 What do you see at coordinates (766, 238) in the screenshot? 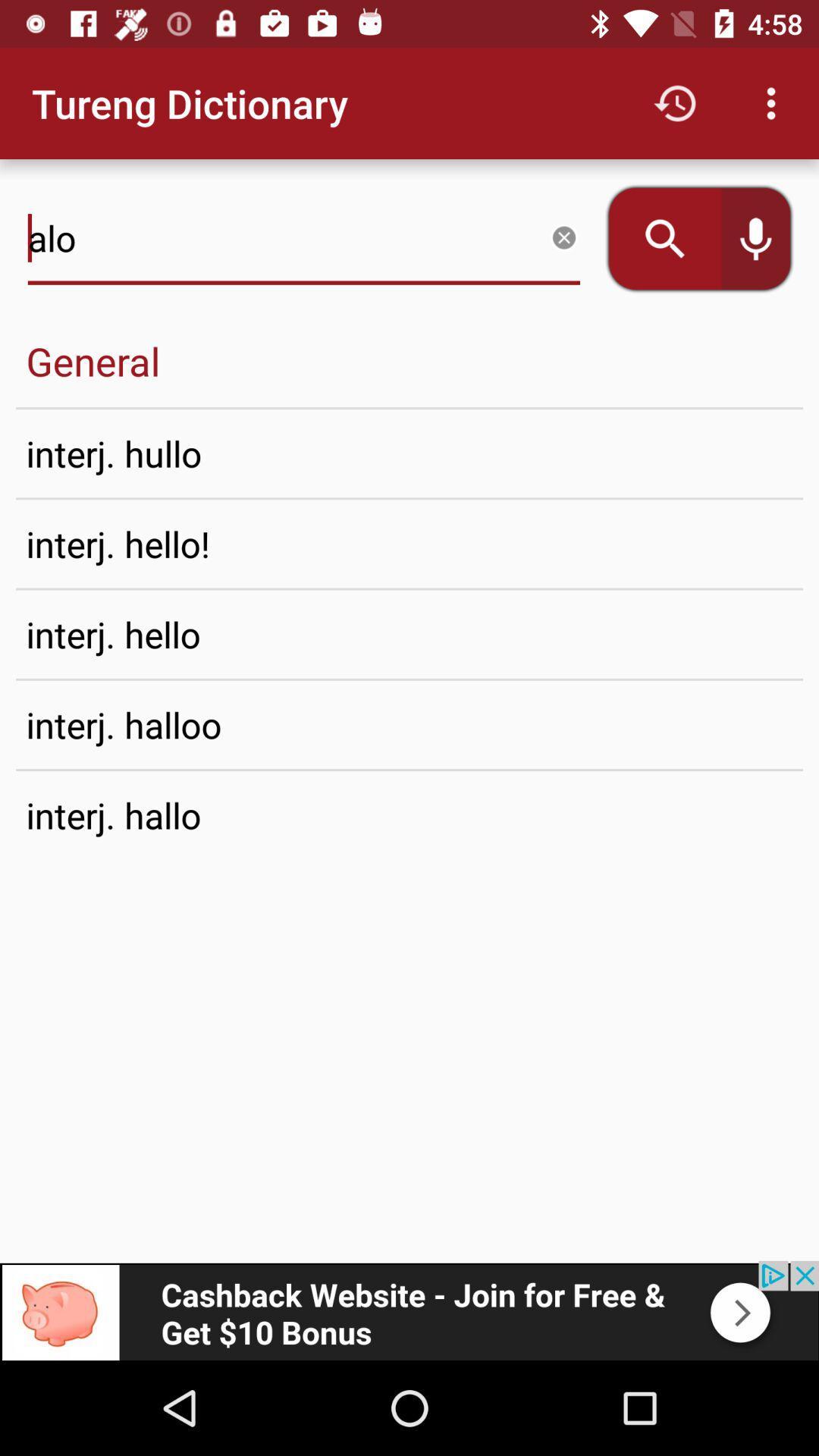
I see `the microphone icon` at bounding box center [766, 238].